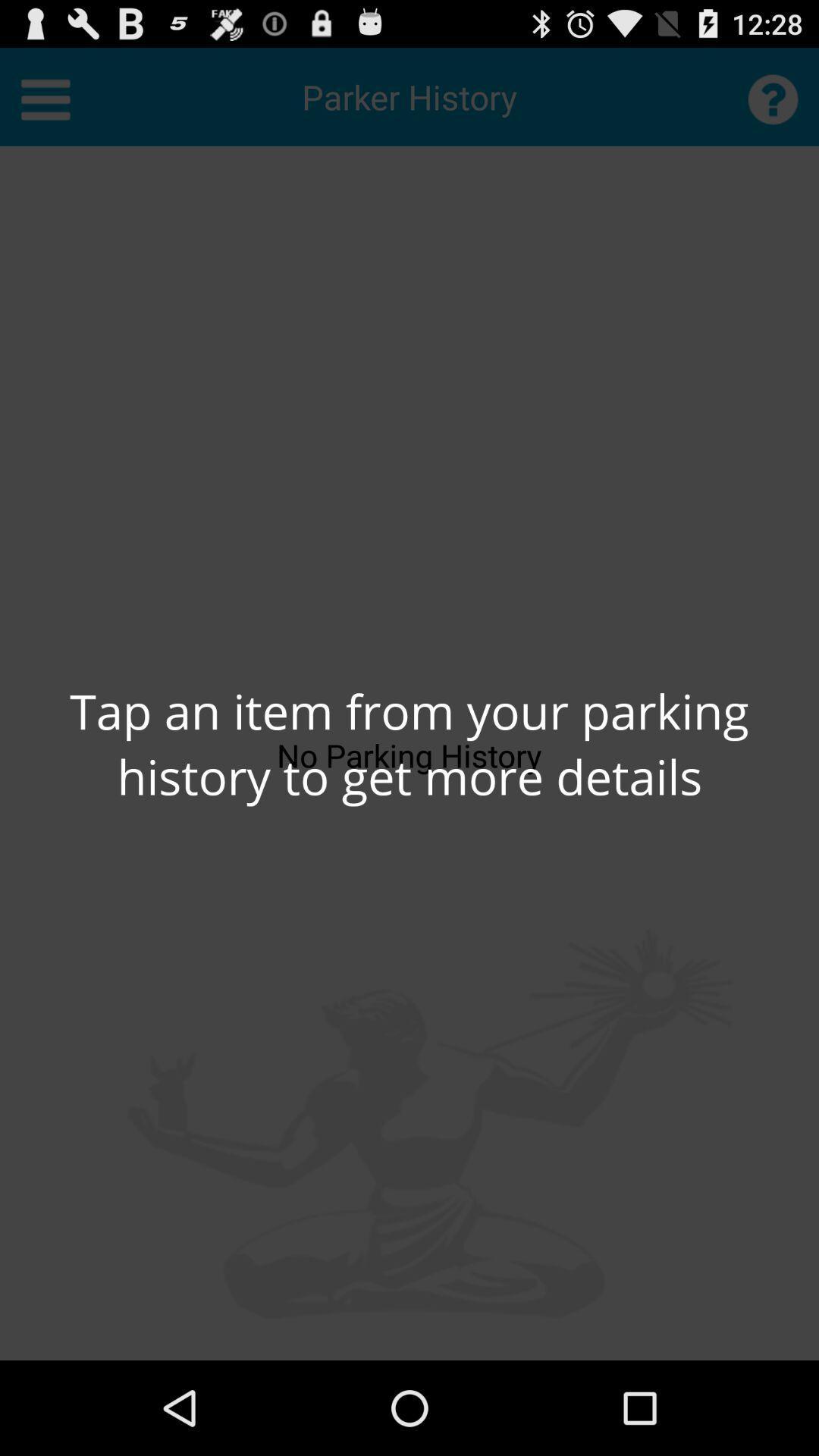 The width and height of the screenshot is (819, 1456). What do you see at coordinates (773, 105) in the screenshot?
I see `the help icon` at bounding box center [773, 105].